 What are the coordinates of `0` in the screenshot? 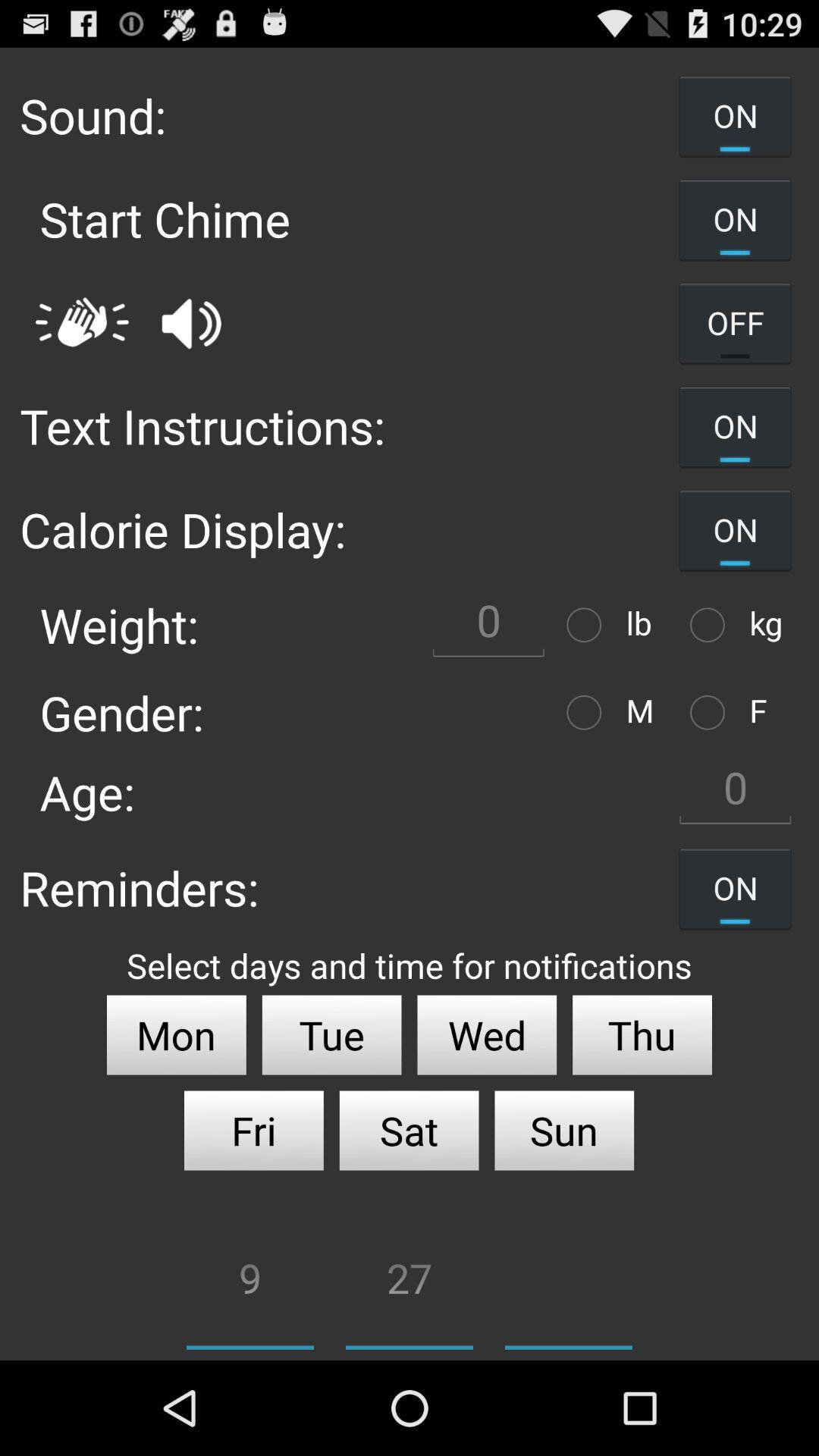 It's located at (734, 791).